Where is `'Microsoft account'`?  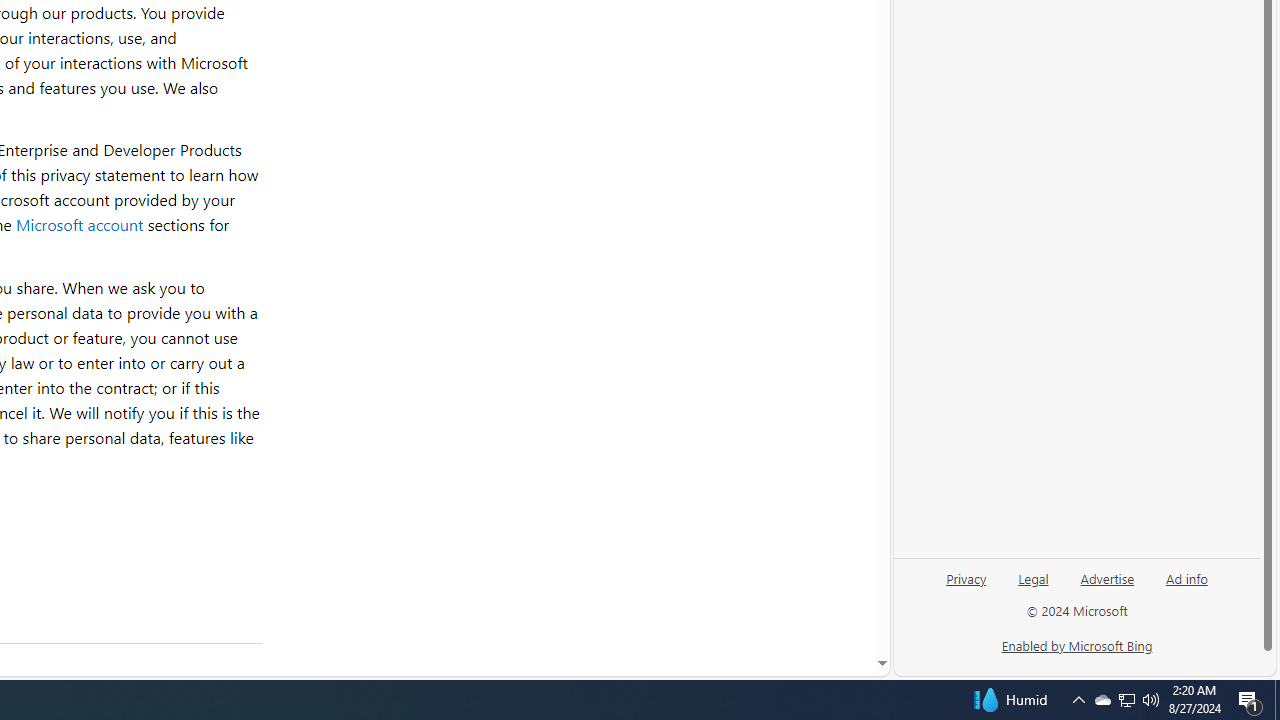 'Microsoft account' is located at coordinates (79, 225).